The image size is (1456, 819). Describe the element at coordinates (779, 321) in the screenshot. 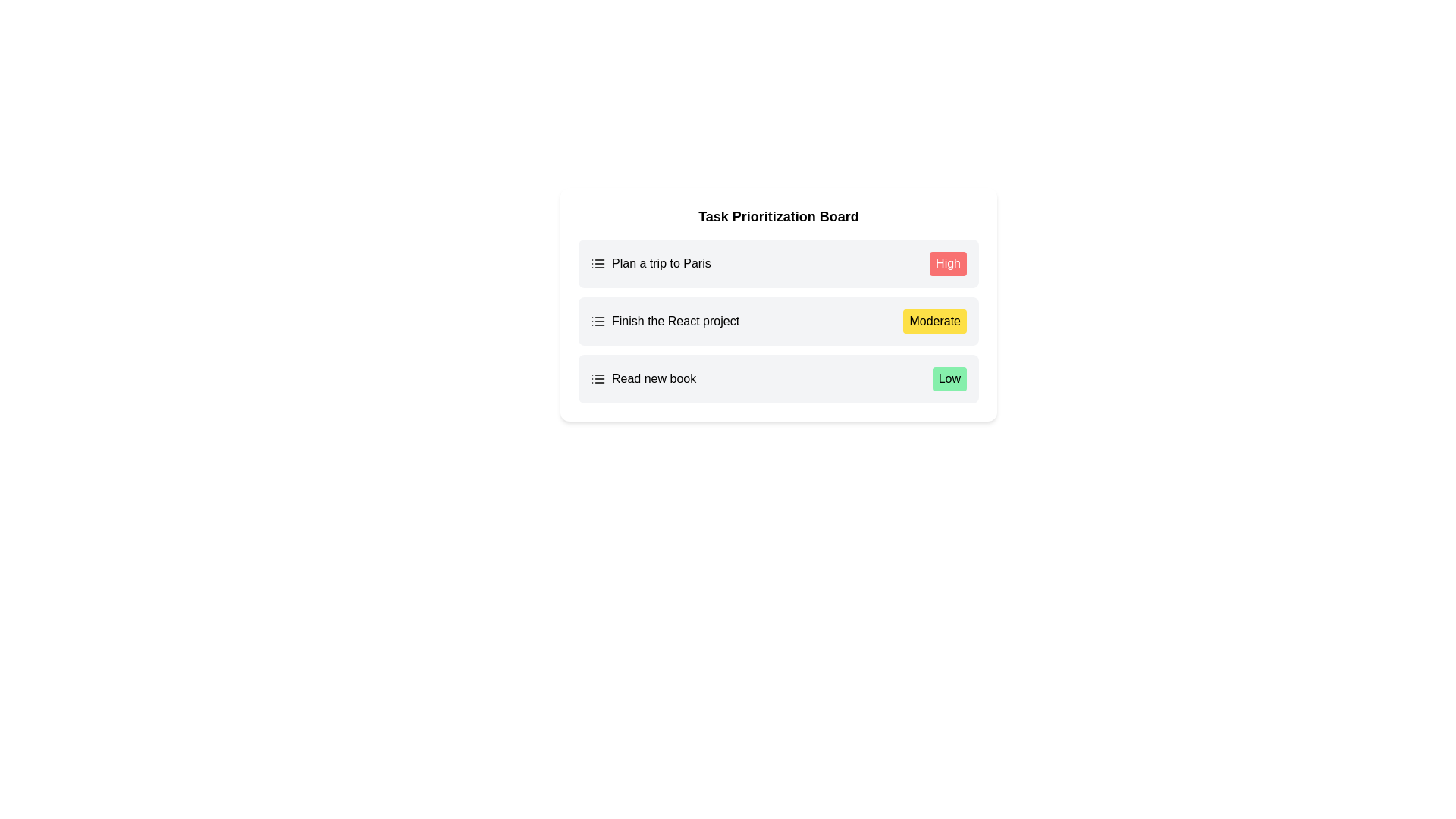

I see `the task item labeled 'Finish the React project'` at that location.